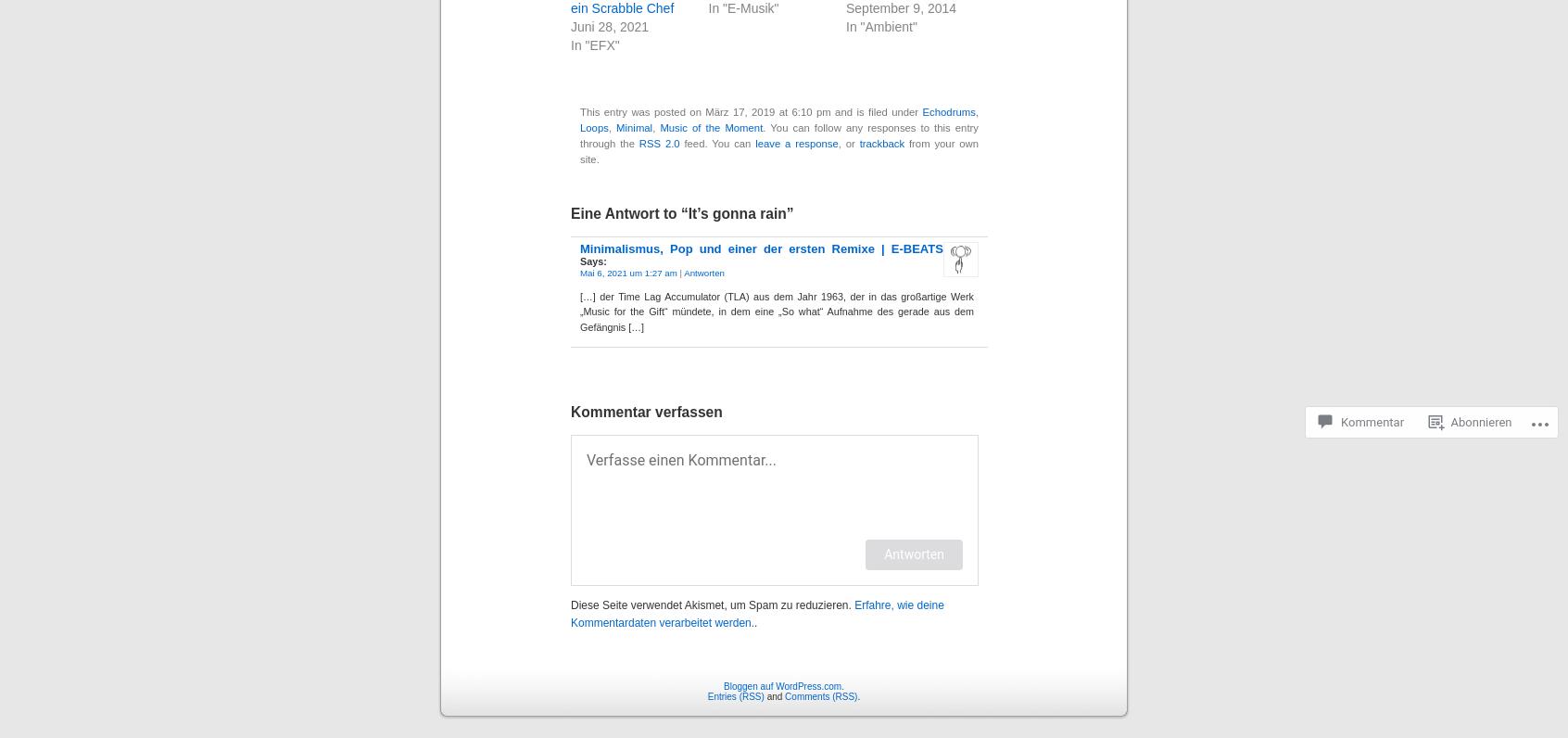 Image resolution: width=1568 pixels, height=738 pixels. I want to click on 'Kommentar', so click(1372, 352).